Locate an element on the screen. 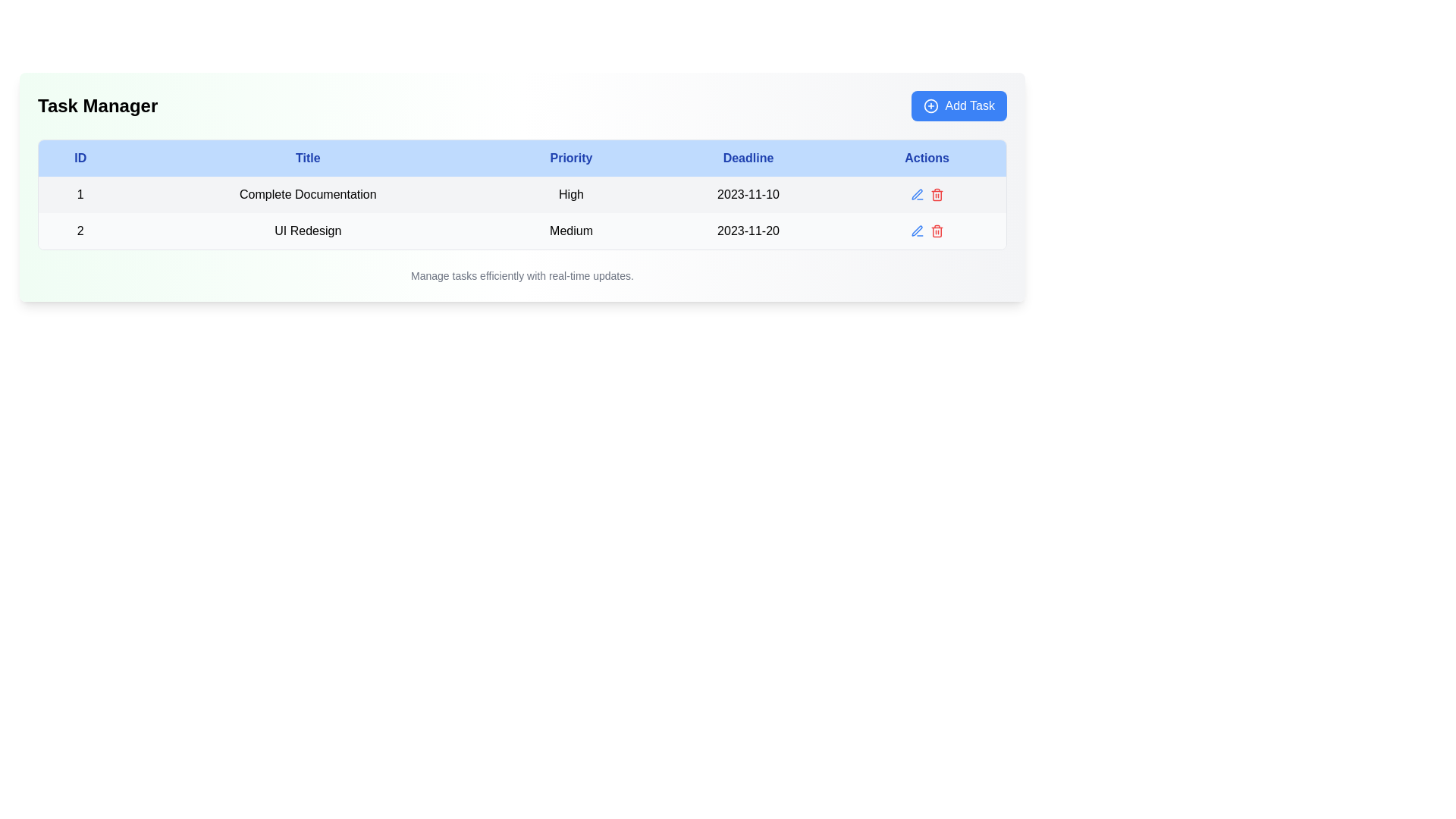 The height and width of the screenshot is (819, 1456). the fifth header item in the table, which indicates action-related controls or information, positioned to the far right of the table header is located at coordinates (926, 158).